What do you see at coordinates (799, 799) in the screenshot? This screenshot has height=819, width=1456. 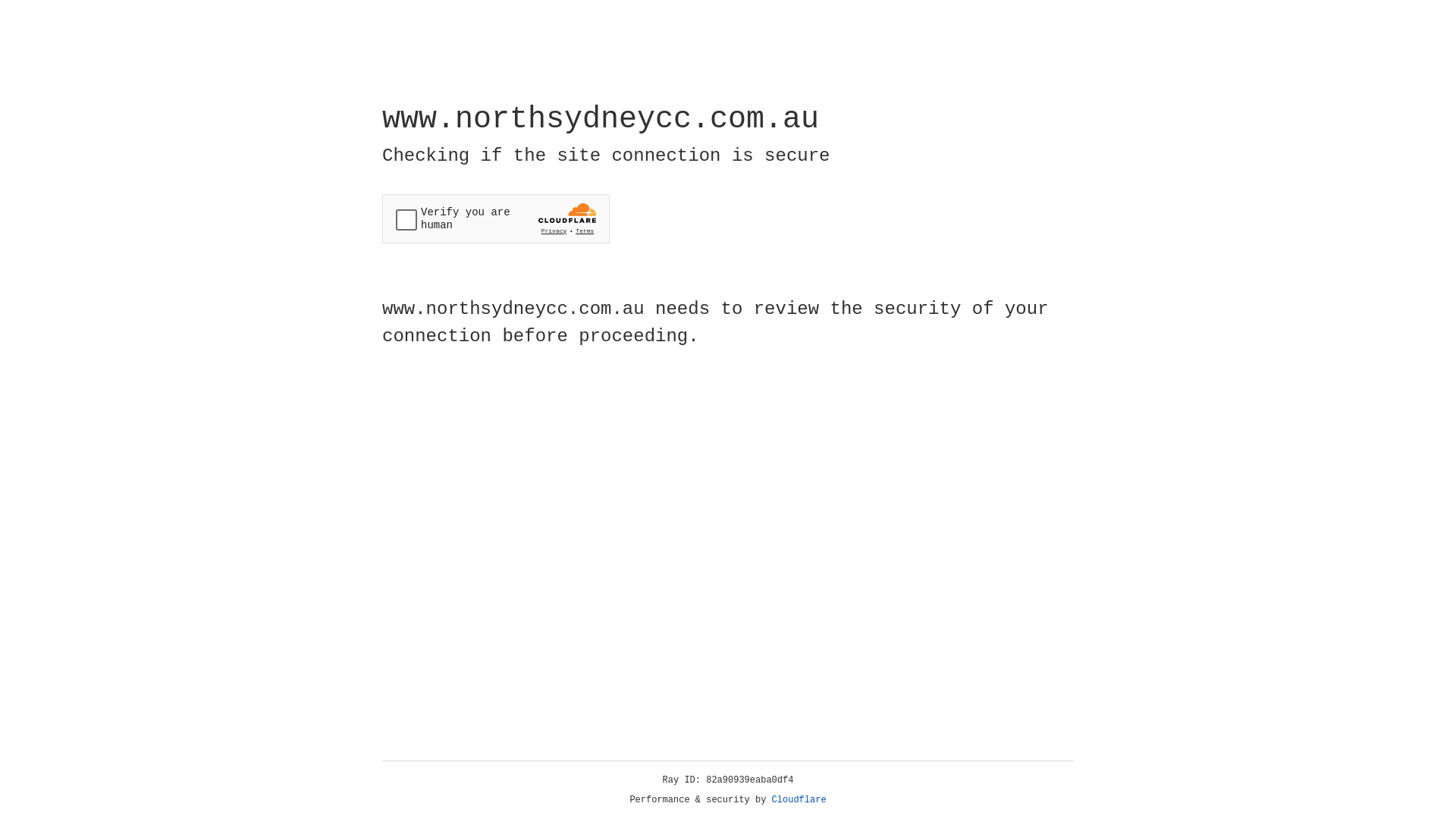 I see `'Cloudflare'` at bounding box center [799, 799].